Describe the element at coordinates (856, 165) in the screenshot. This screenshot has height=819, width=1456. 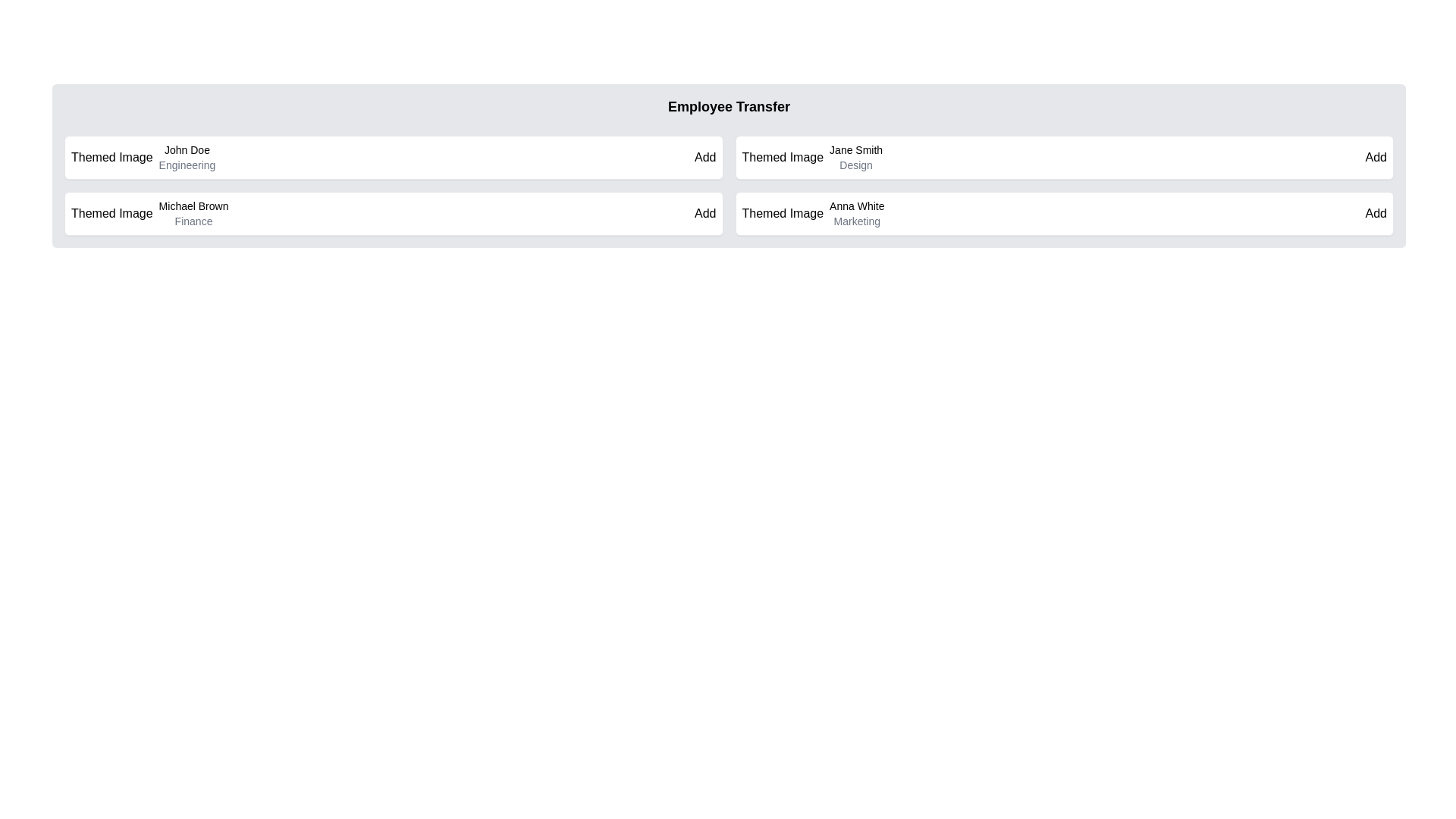
I see `the text label displaying 'Design', which is positioned below 'Jane Smith' in the top row of the right column` at that location.